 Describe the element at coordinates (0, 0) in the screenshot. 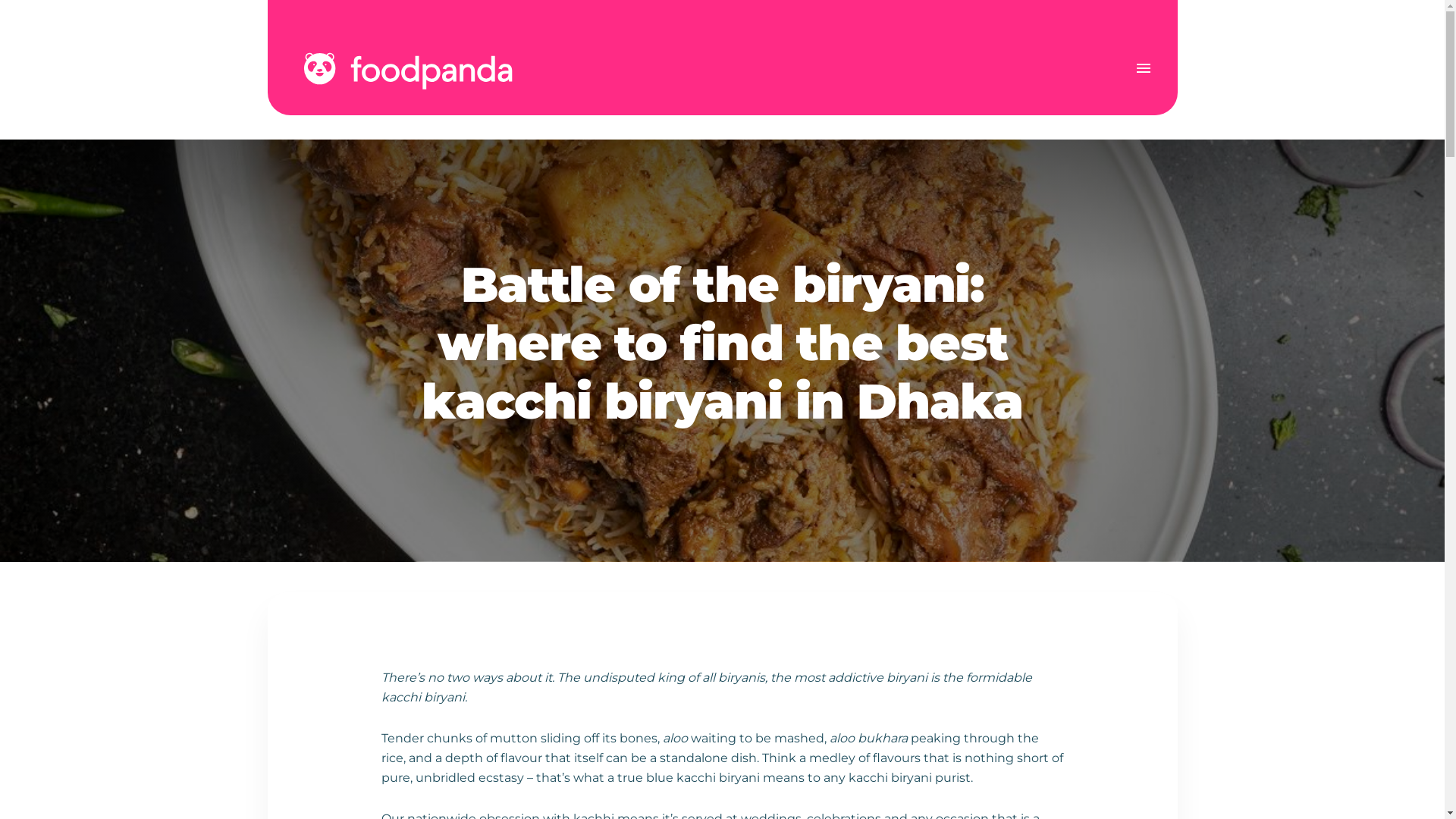

I see `'Skip to content'` at that location.